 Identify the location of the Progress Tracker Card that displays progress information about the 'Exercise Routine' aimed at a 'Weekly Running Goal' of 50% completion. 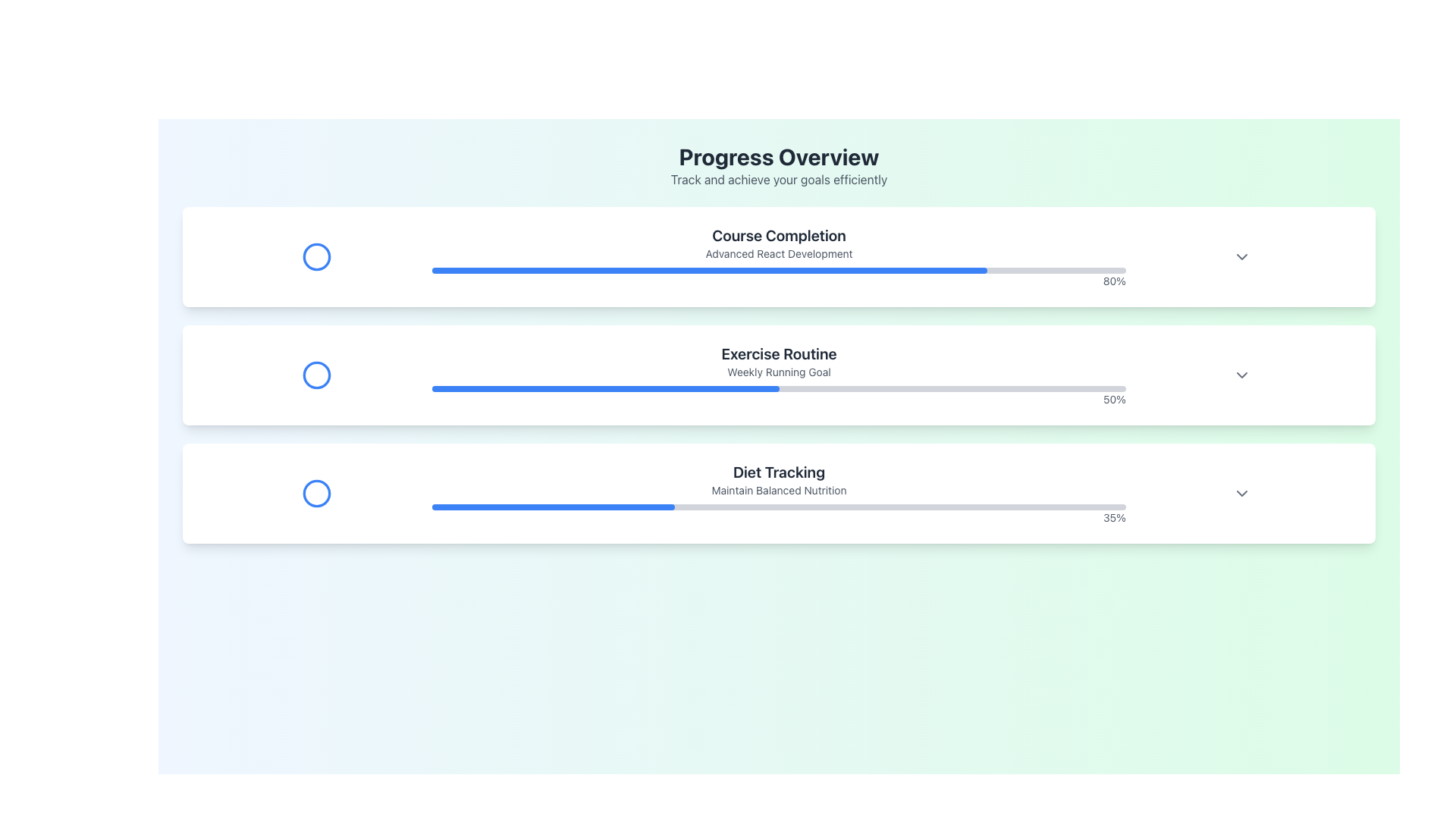
(779, 375).